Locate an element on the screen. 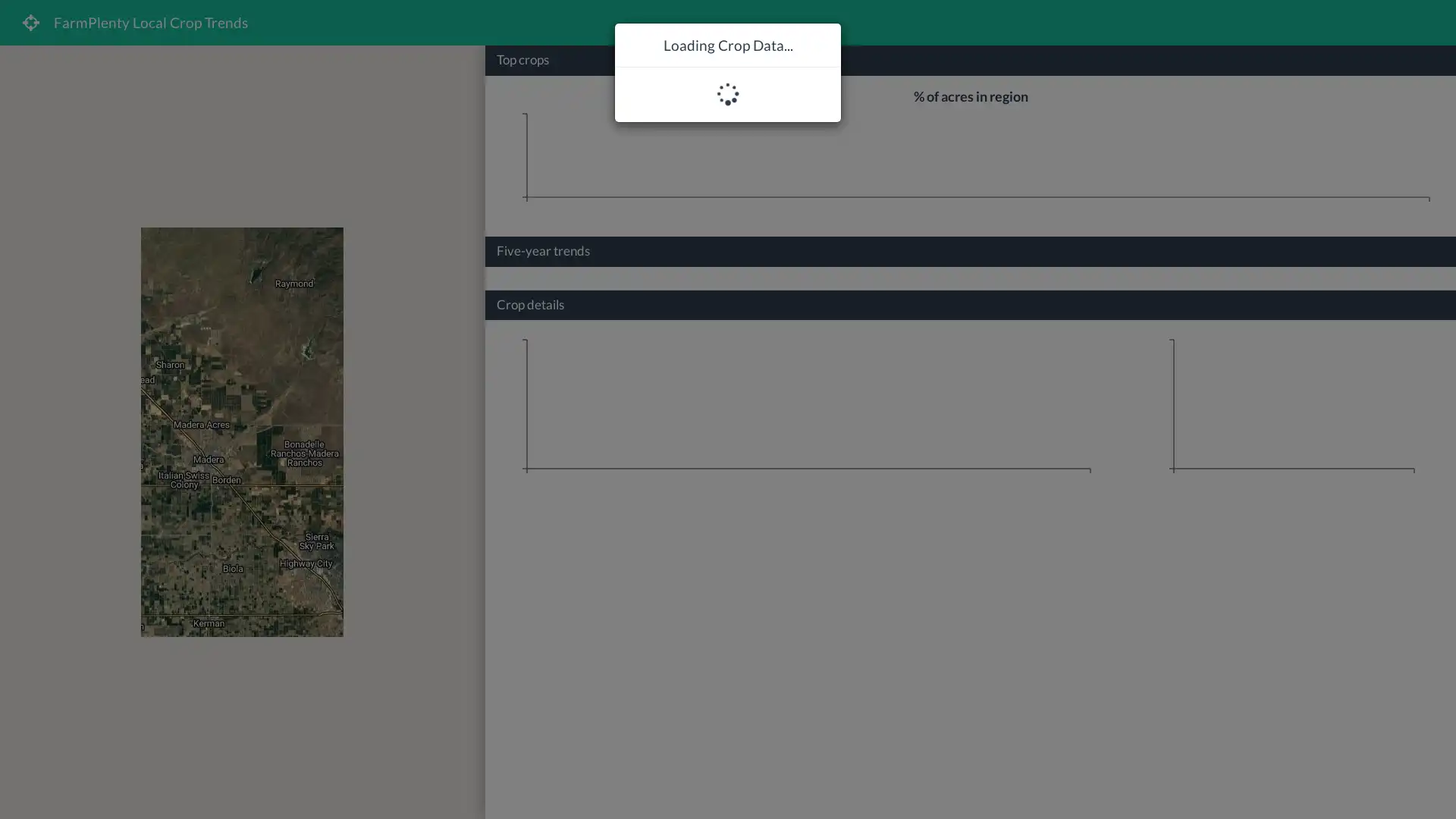 This screenshot has height=819, width=1456. Five-year trends is located at coordinates (543, 249).